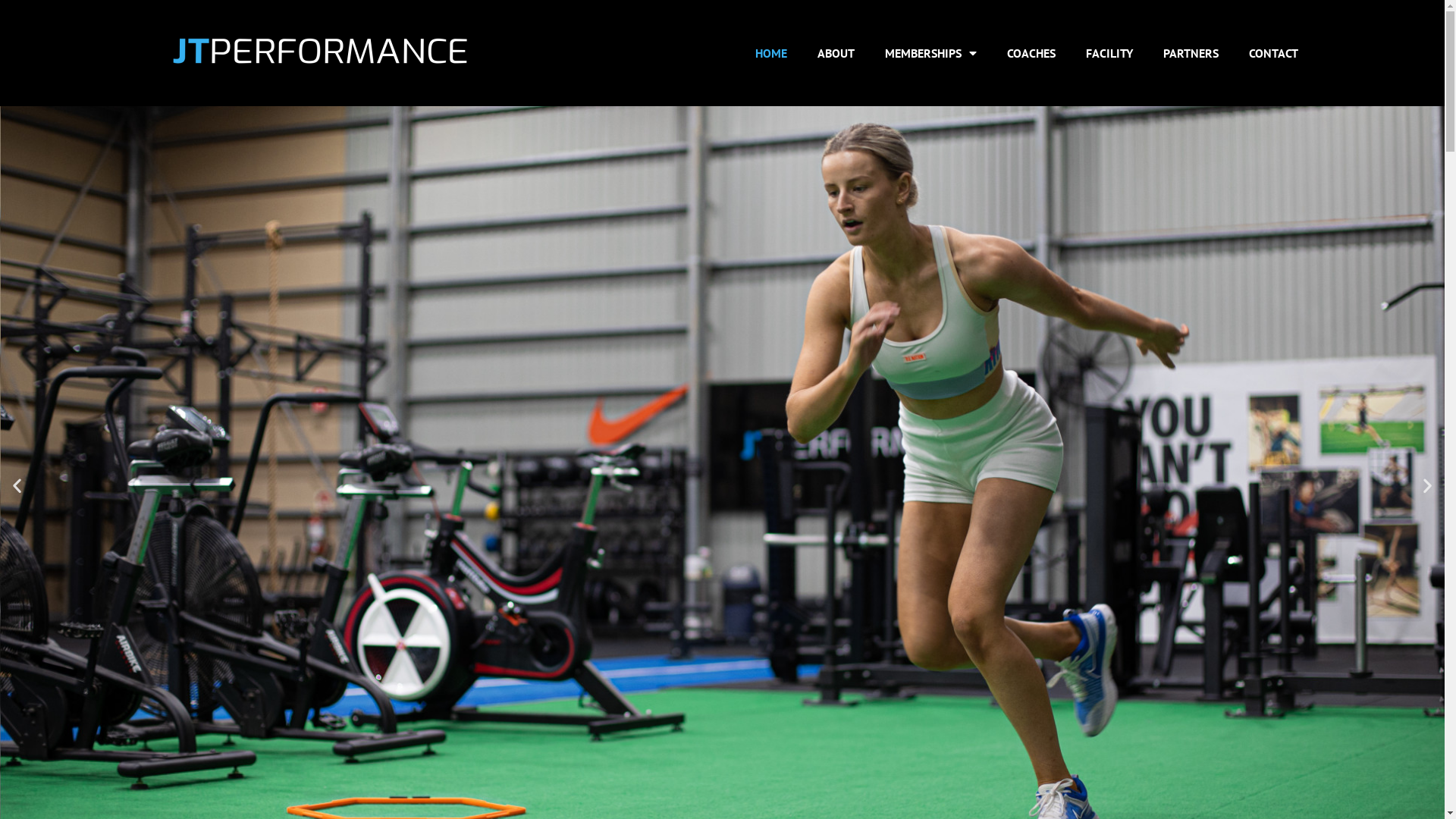 Image resolution: width=1456 pixels, height=819 pixels. What do you see at coordinates (1190, 52) in the screenshot?
I see `'PARTNERS'` at bounding box center [1190, 52].